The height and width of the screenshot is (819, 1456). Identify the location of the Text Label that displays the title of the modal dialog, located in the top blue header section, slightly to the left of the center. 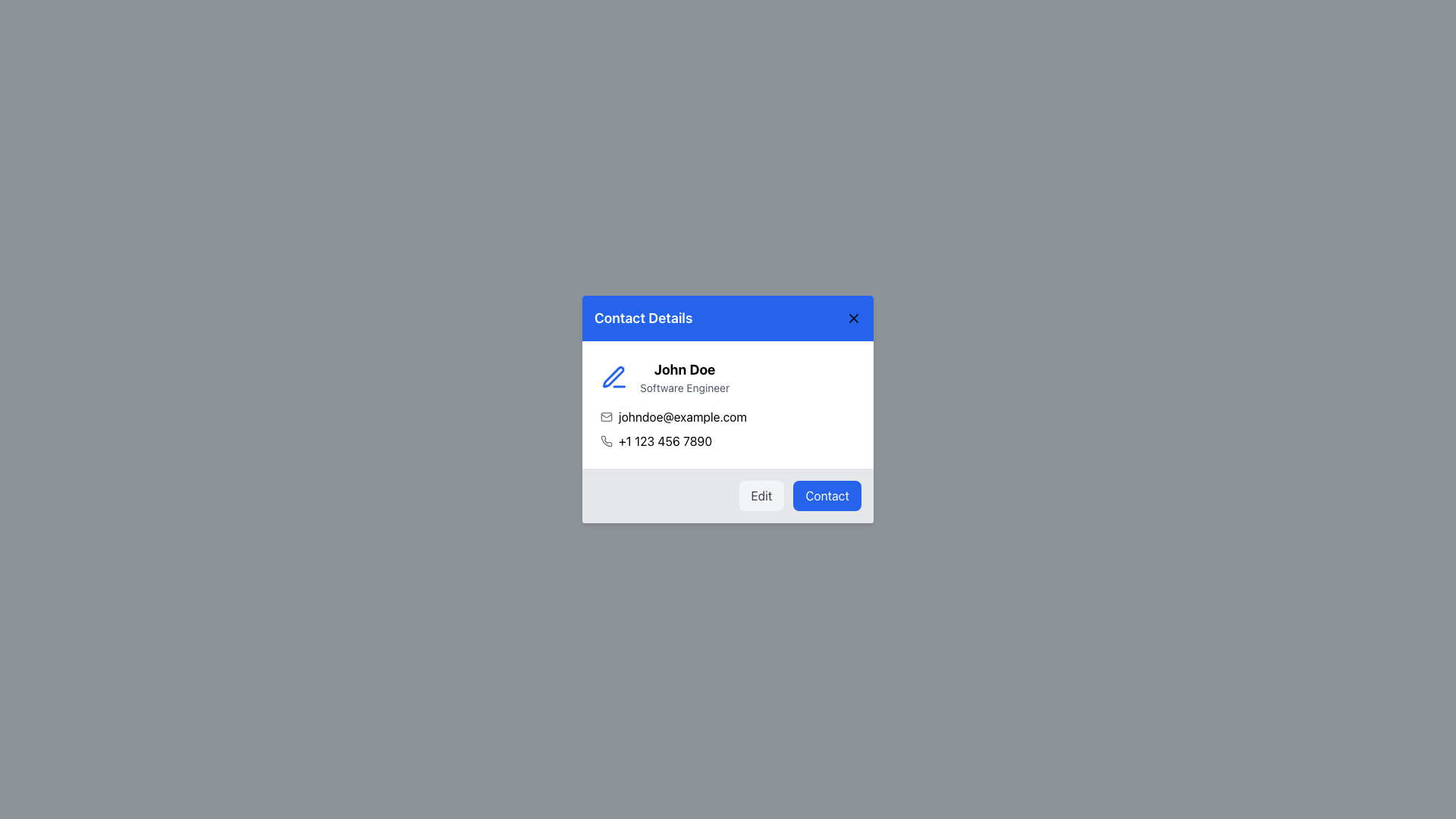
(643, 318).